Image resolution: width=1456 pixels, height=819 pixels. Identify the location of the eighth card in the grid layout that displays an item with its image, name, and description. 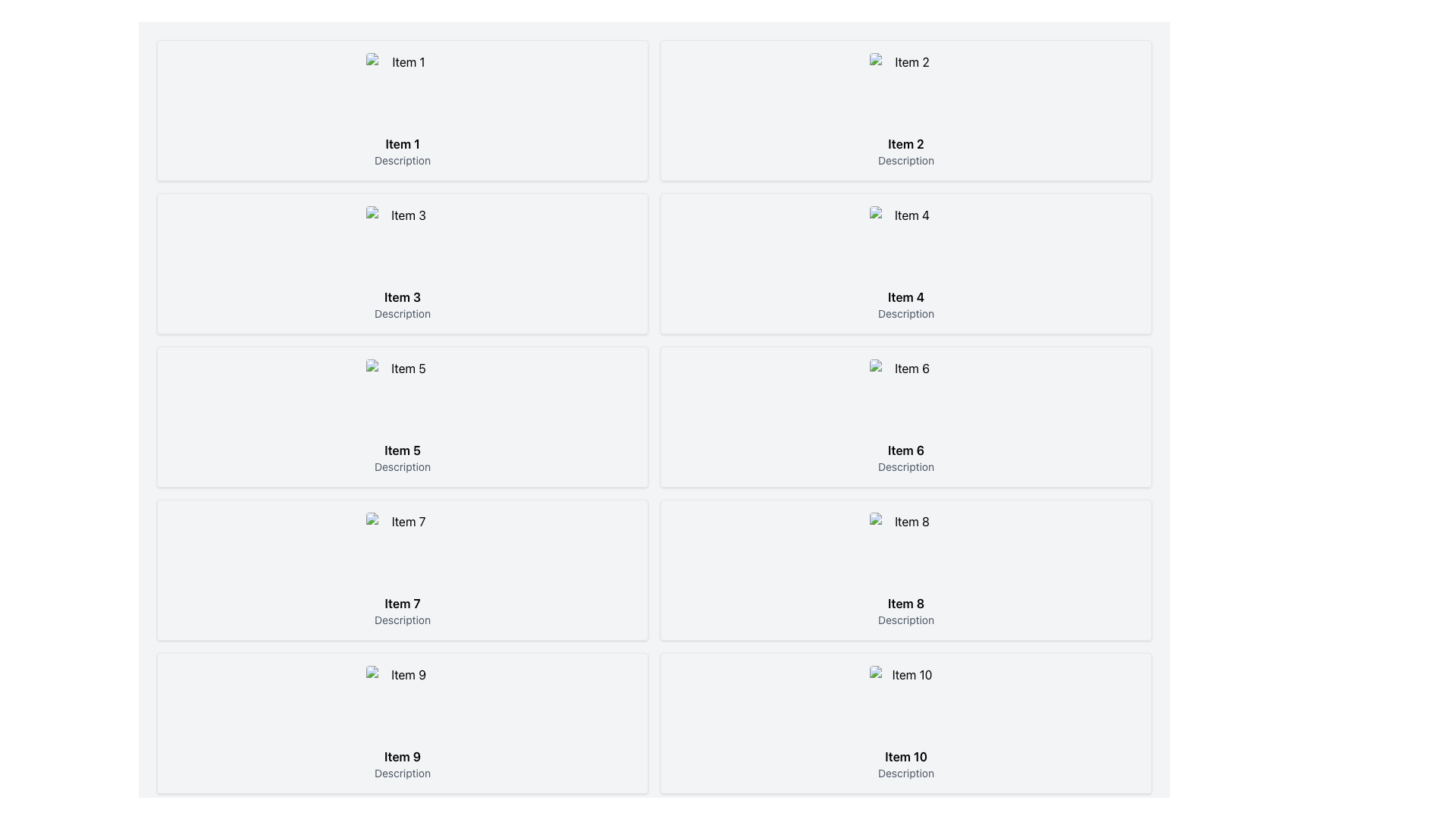
(906, 570).